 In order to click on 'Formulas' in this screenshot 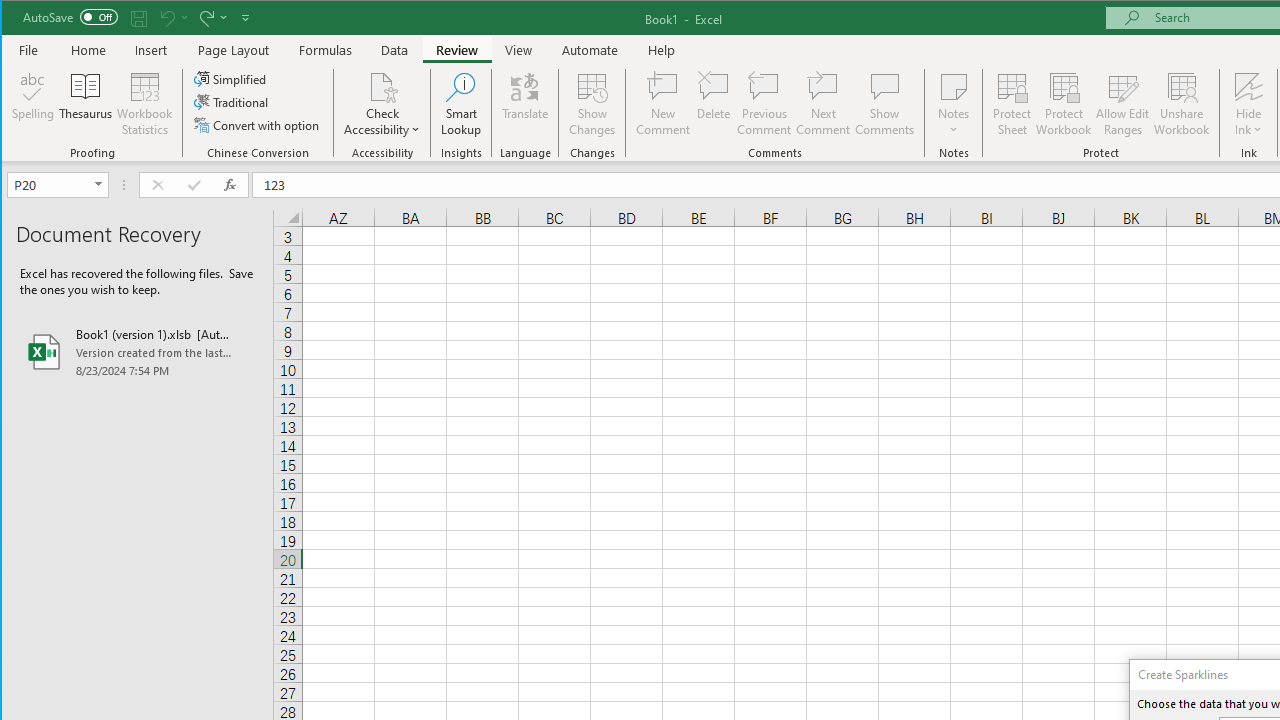, I will do `click(326, 49)`.